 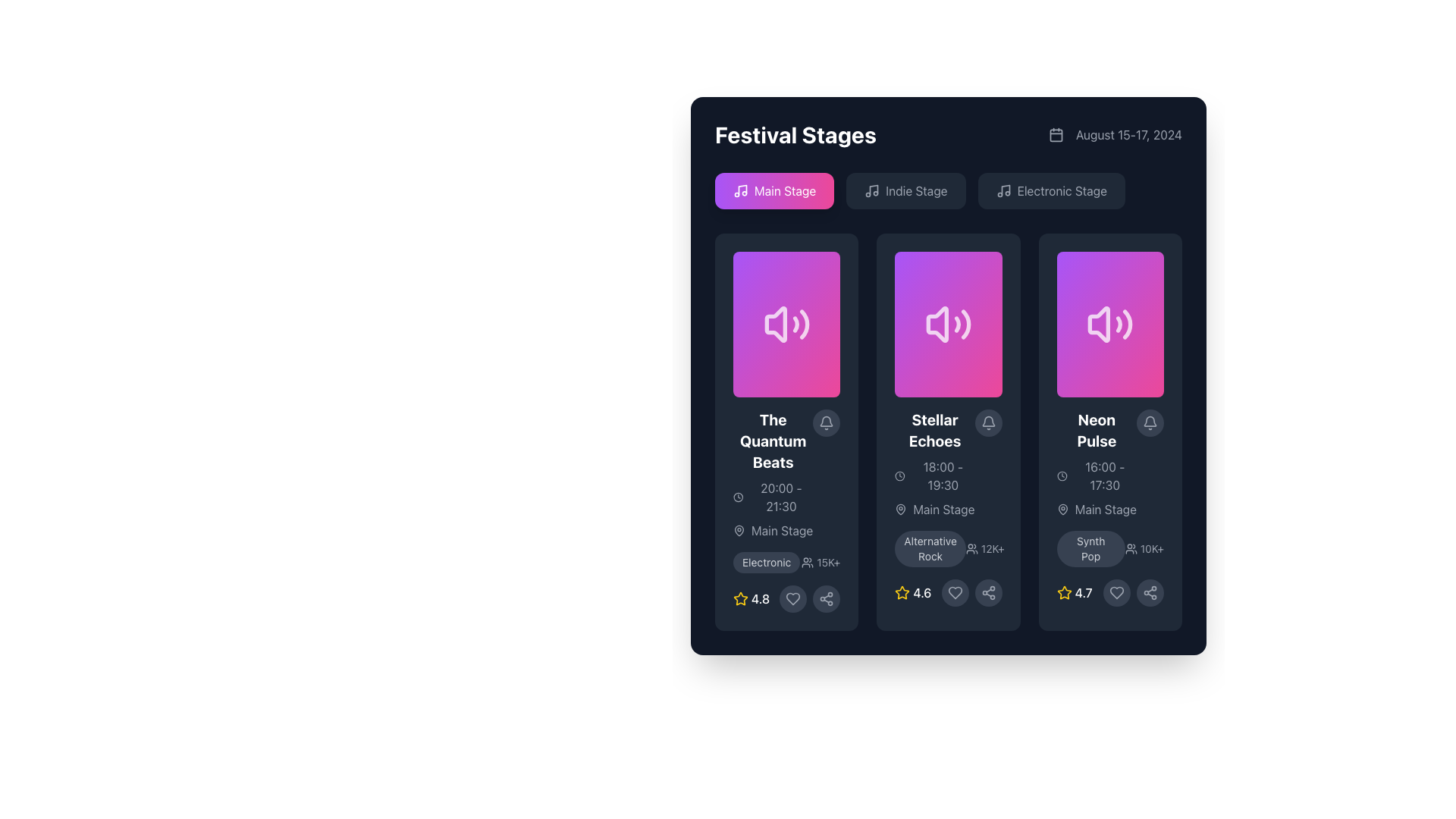 I want to click on the square-shaped decorative background element of the SVG-based calendar icon, which is styled in a neutral color scheme and positioned in the top-right corner of the interface, next to the date 'August 15–17, 2024', so click(x=1055, y=134).